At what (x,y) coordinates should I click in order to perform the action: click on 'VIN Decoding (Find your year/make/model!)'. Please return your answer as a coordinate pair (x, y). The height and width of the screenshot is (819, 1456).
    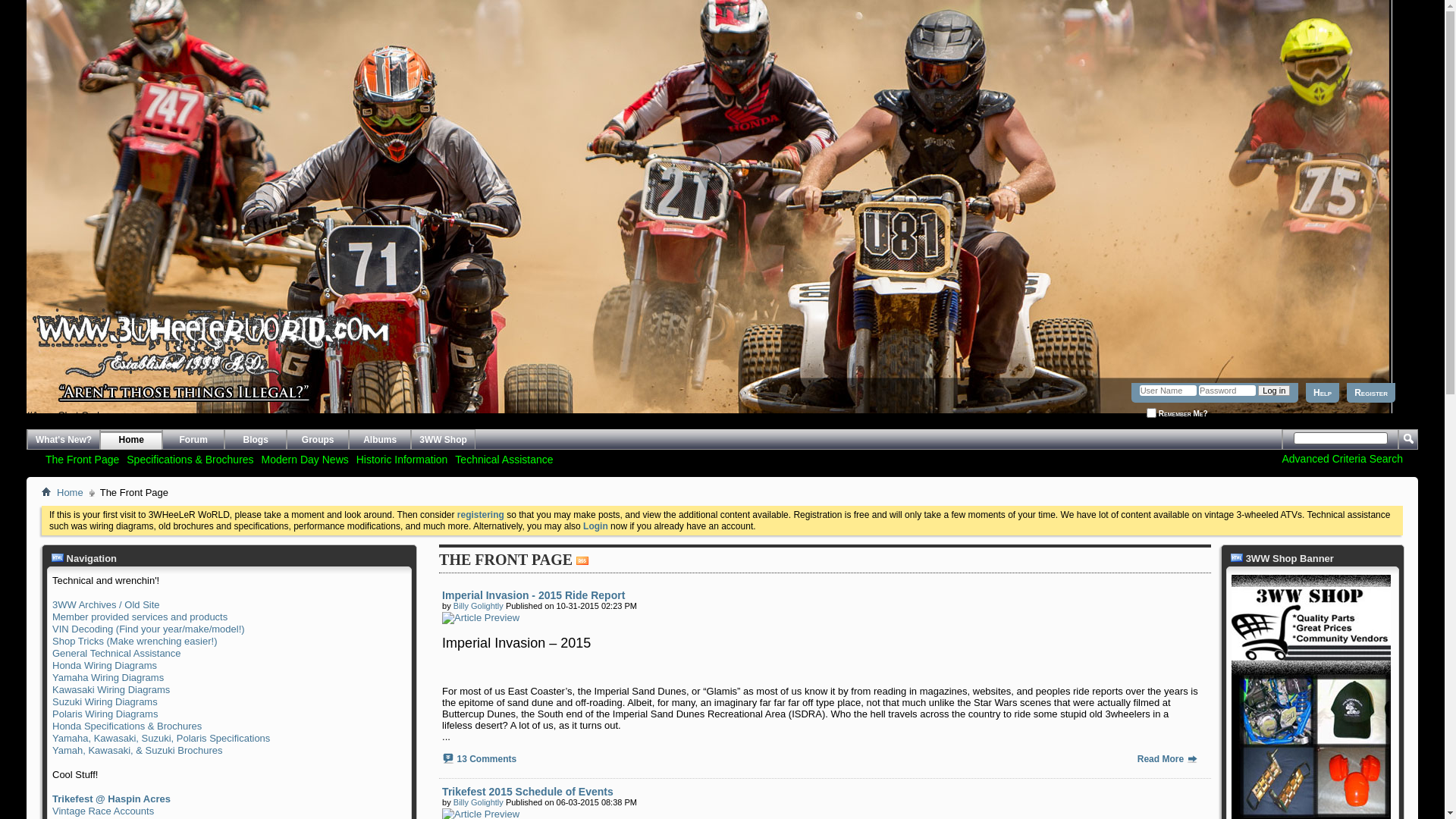
    Looking at the image, I should click on (149, 629).